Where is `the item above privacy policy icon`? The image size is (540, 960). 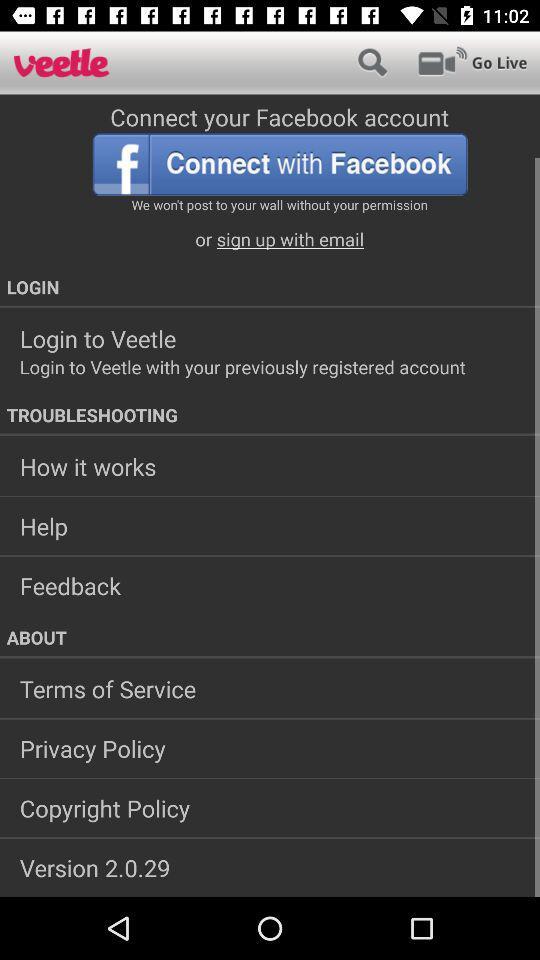 the item above privacy policy icon is located at coordinates (270, 689).